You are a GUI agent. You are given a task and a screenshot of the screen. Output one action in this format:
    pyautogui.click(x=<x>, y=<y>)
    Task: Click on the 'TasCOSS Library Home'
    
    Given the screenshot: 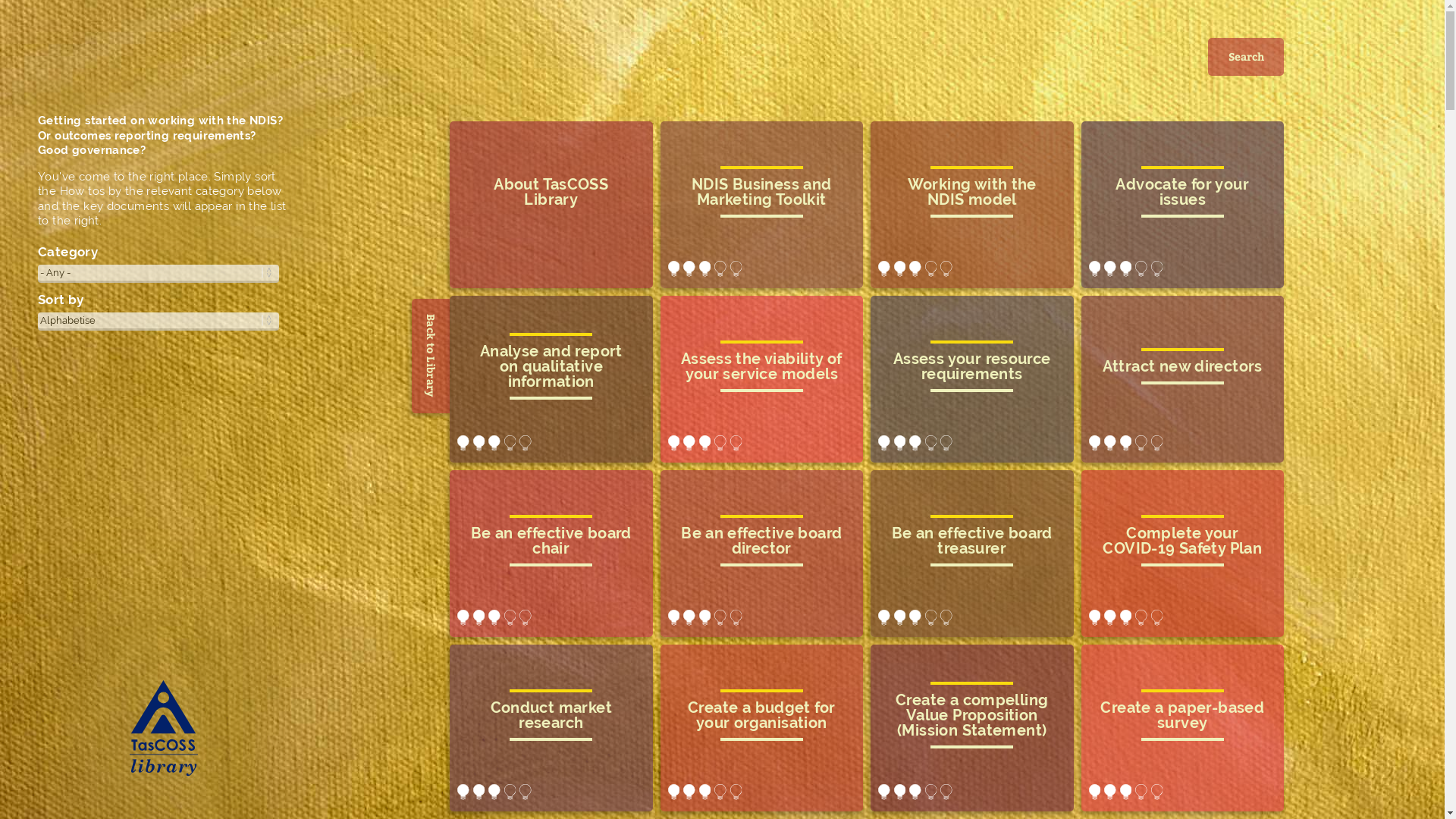 What is the action you would take?
    pyautogui.click(x=128, y=730)
    